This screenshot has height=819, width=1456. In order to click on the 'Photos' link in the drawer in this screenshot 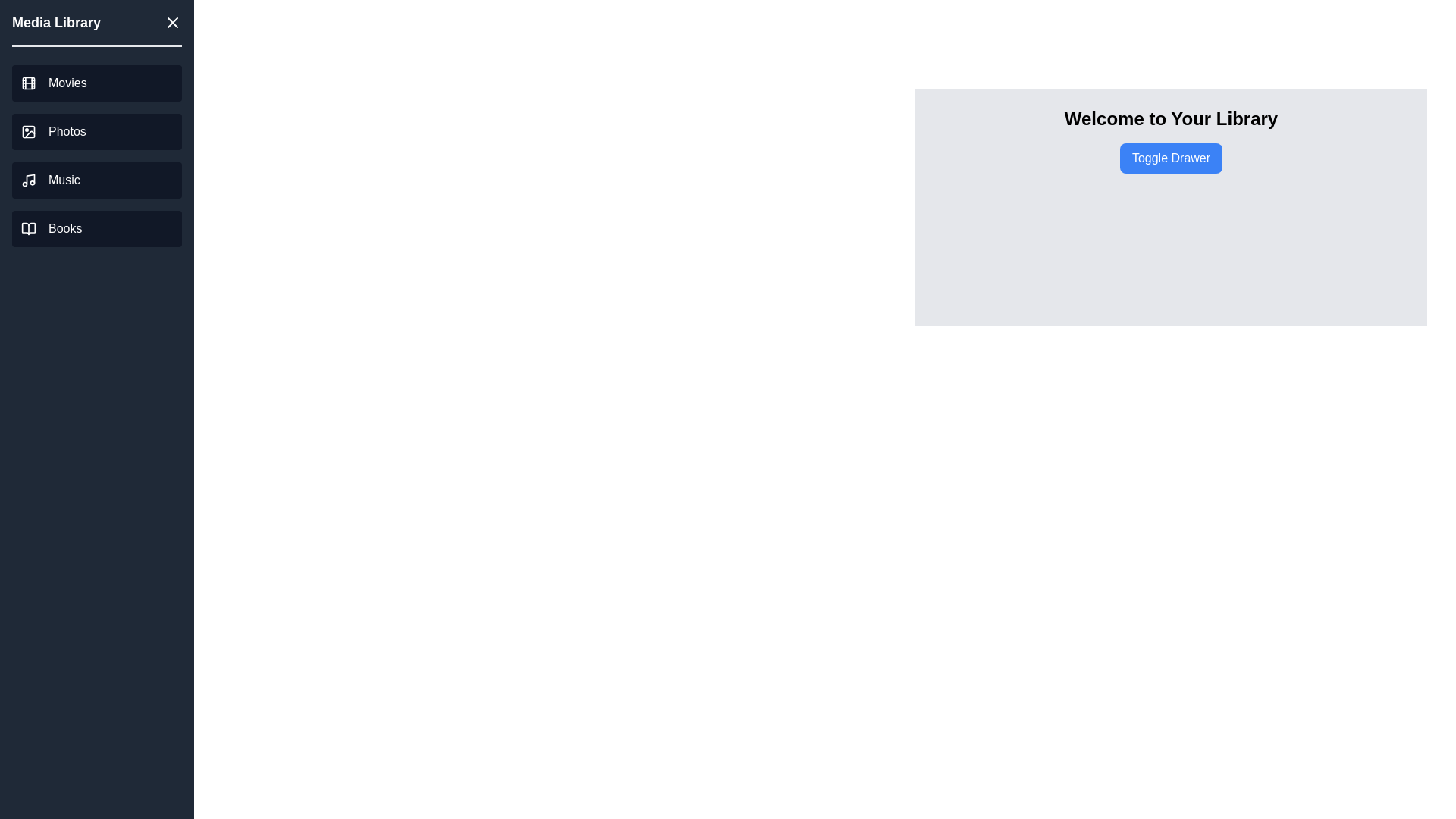, I will do `click(96, 130)`.